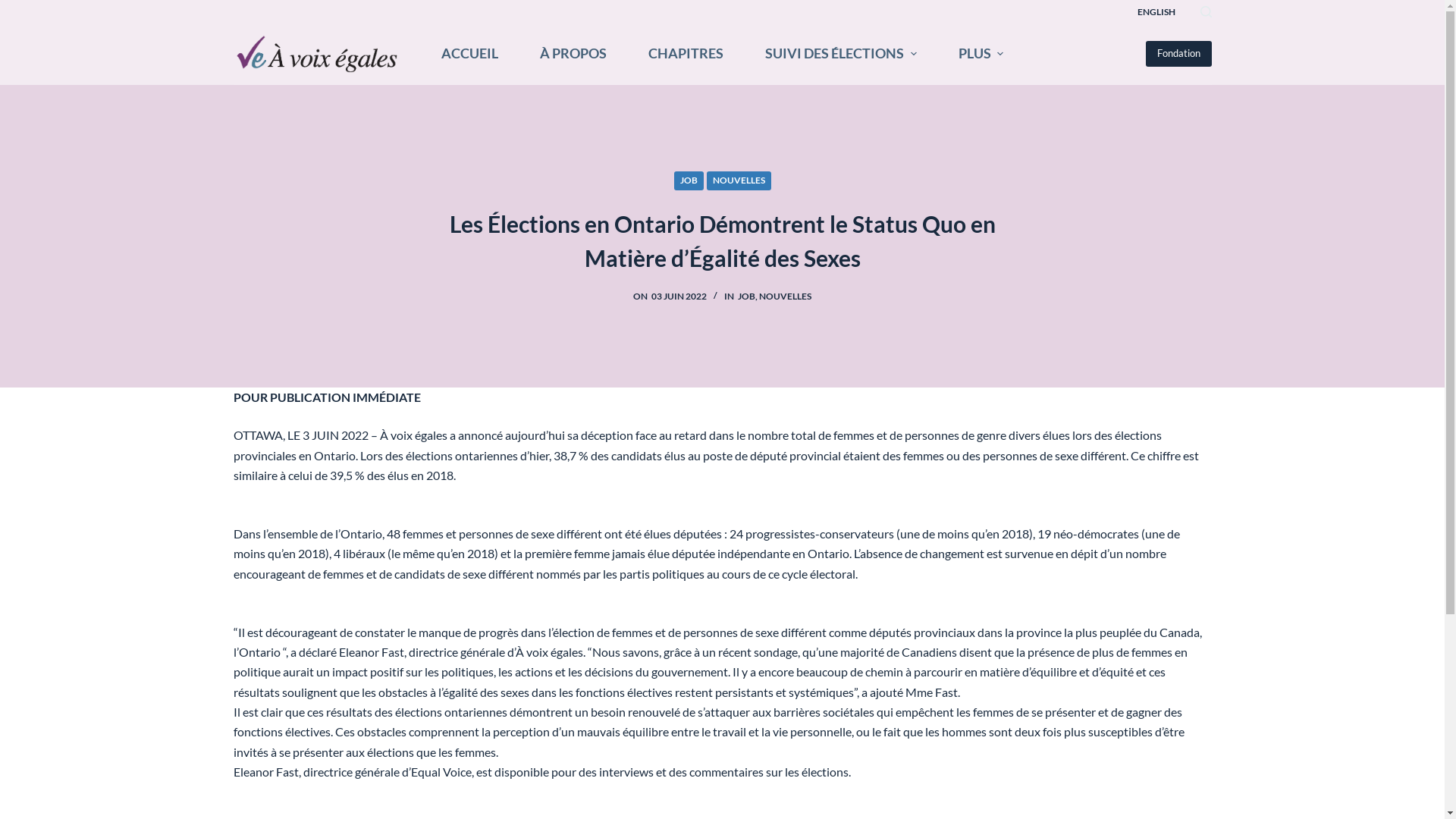 The image size is (1456, 819). I want to click on 'JOB', so click(746, 296).